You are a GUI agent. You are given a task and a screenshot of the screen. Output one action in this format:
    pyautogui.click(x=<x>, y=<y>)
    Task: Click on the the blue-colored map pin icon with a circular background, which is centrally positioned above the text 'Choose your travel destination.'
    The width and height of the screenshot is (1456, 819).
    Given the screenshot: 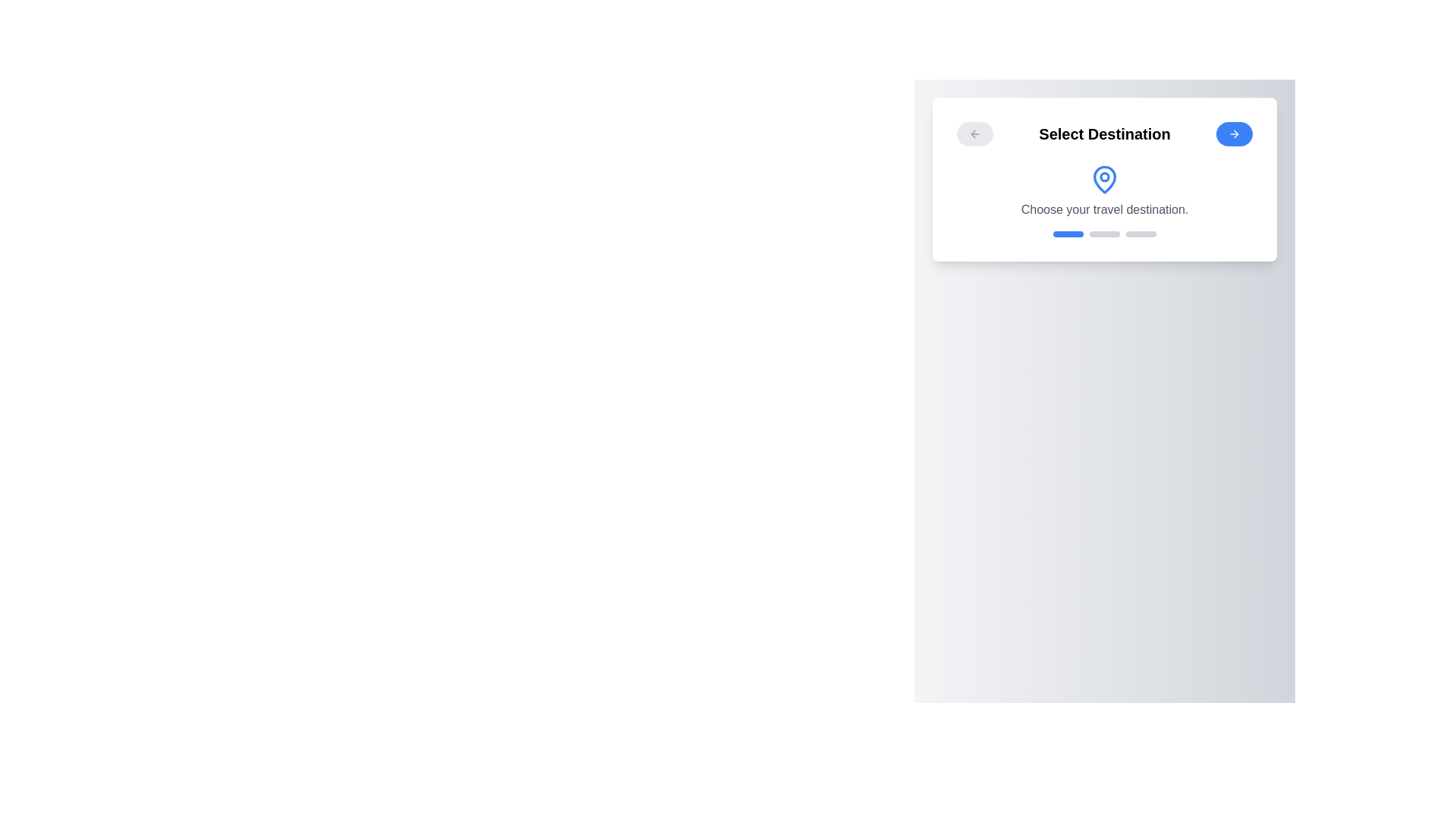 What is the action you would take?
    pyautogui.click(x=1105, y=178)
    